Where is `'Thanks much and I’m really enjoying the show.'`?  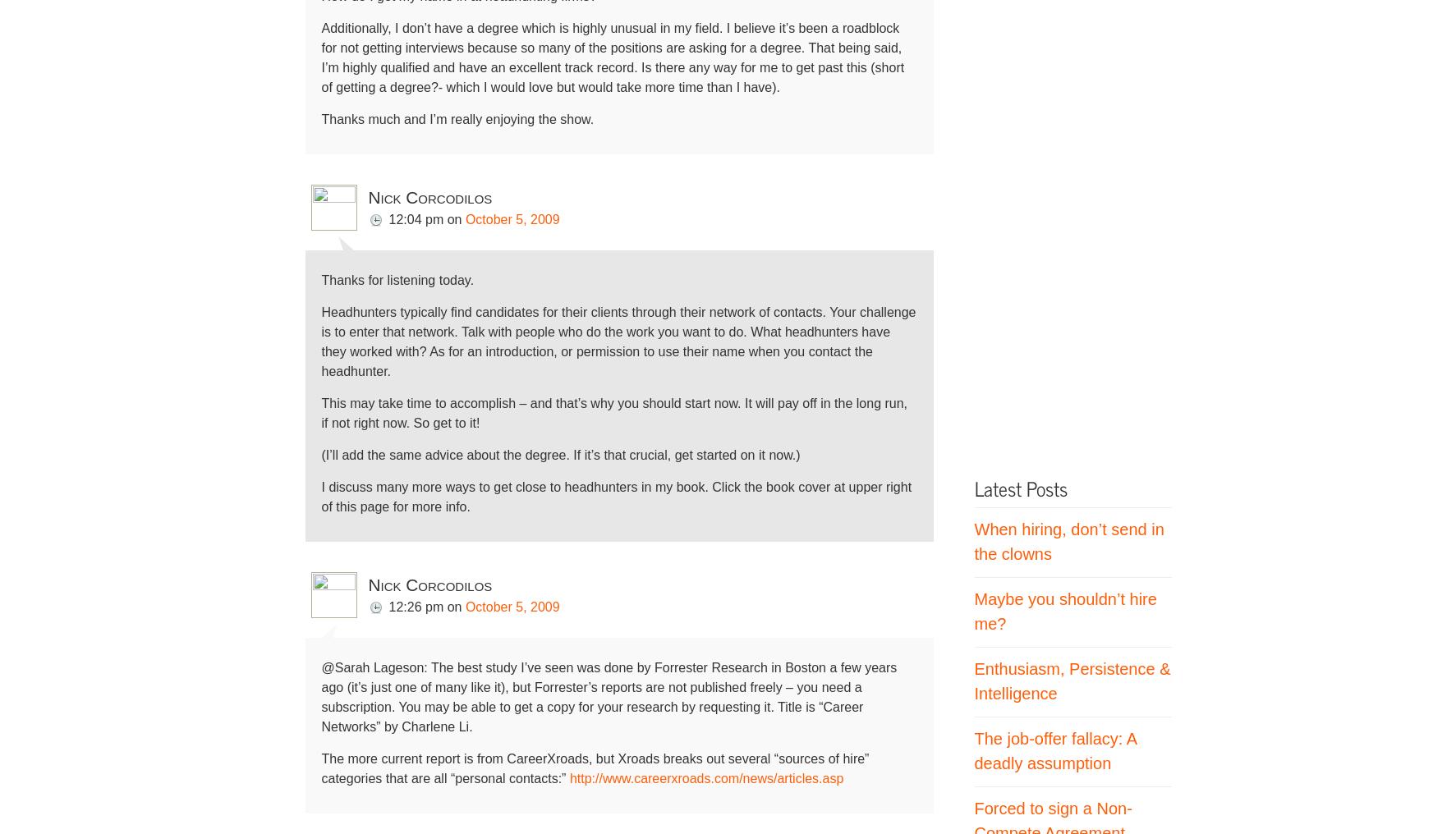 'Thanks much and I’m really enjoying the show.' is located at coordinates (320, 117).